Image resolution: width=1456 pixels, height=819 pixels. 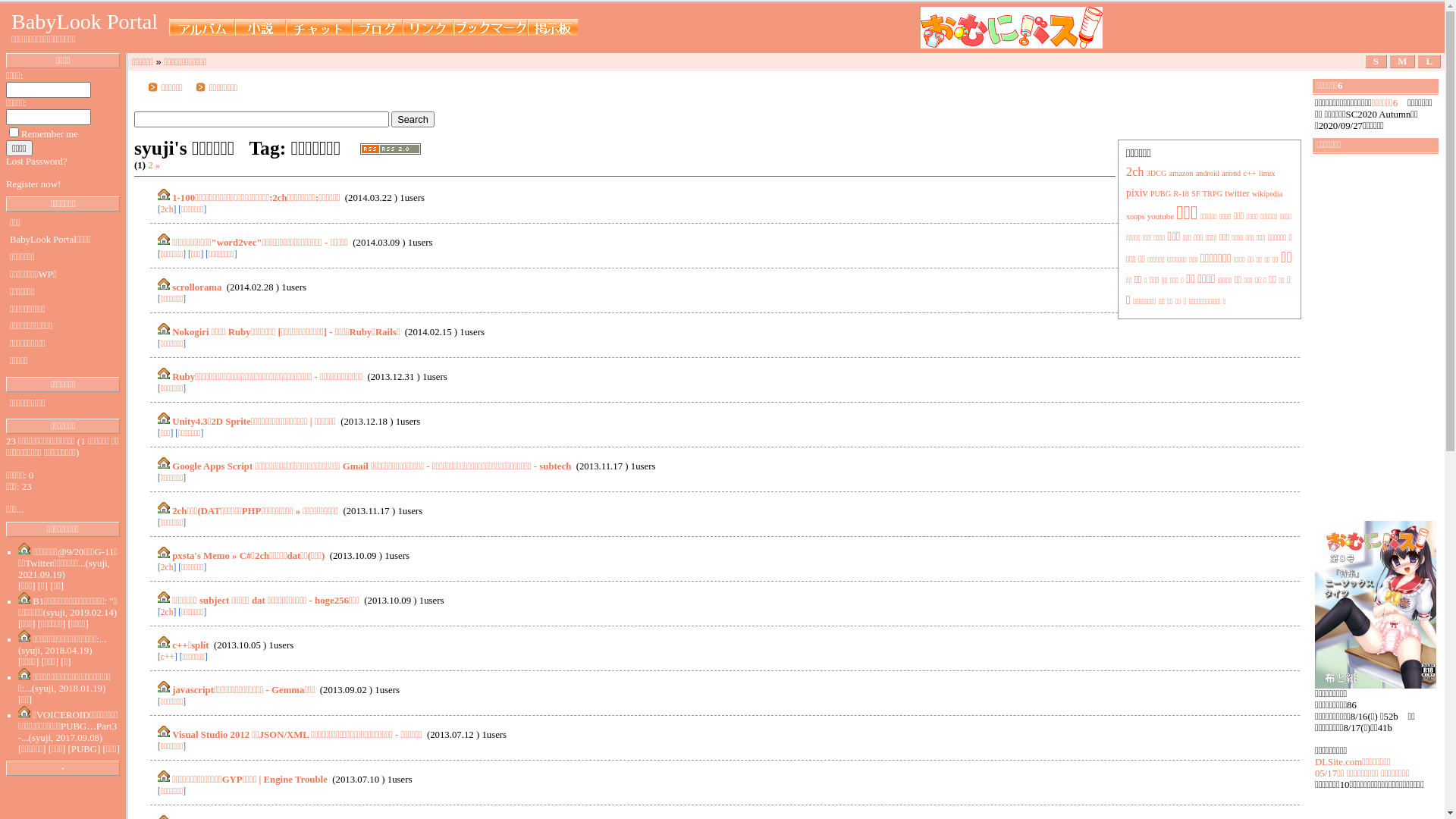 I want to click on '2ch', so click(x=167, y=610).